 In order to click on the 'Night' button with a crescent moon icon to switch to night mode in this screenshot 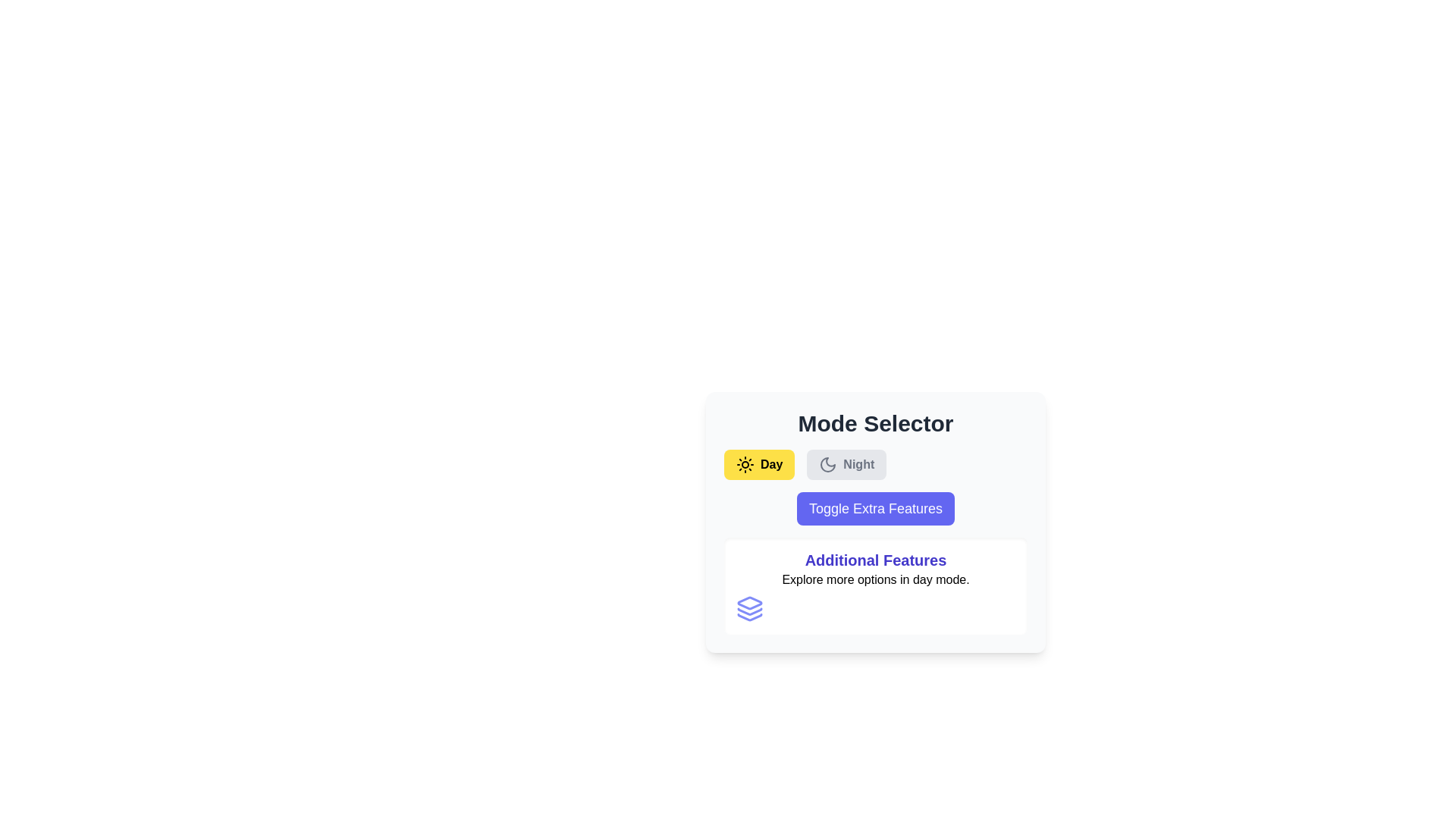, I will do `click(846, 464)`.